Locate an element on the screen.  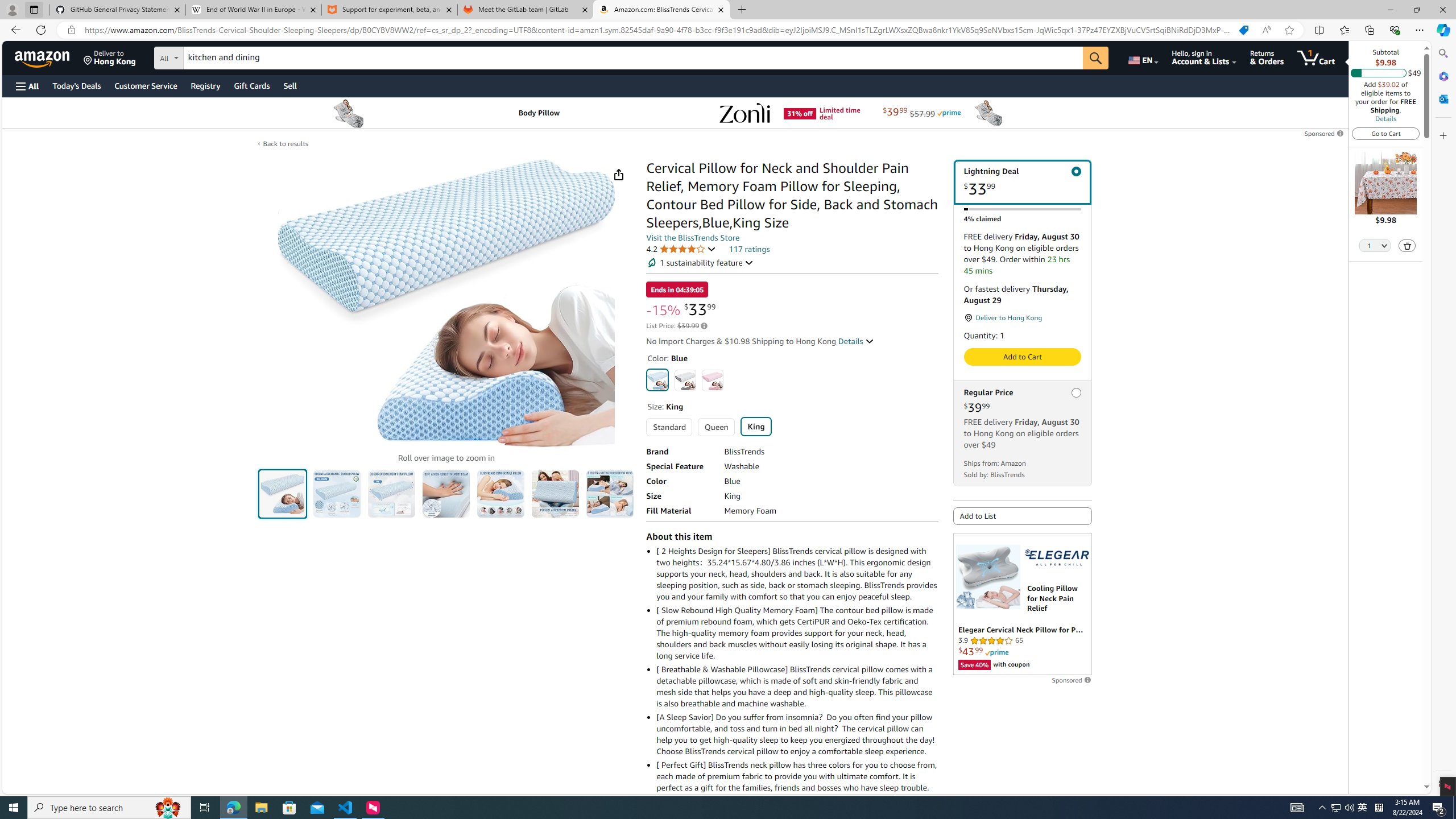
'Lightning Deal $33.99' is located at coordinates (1022, 181).